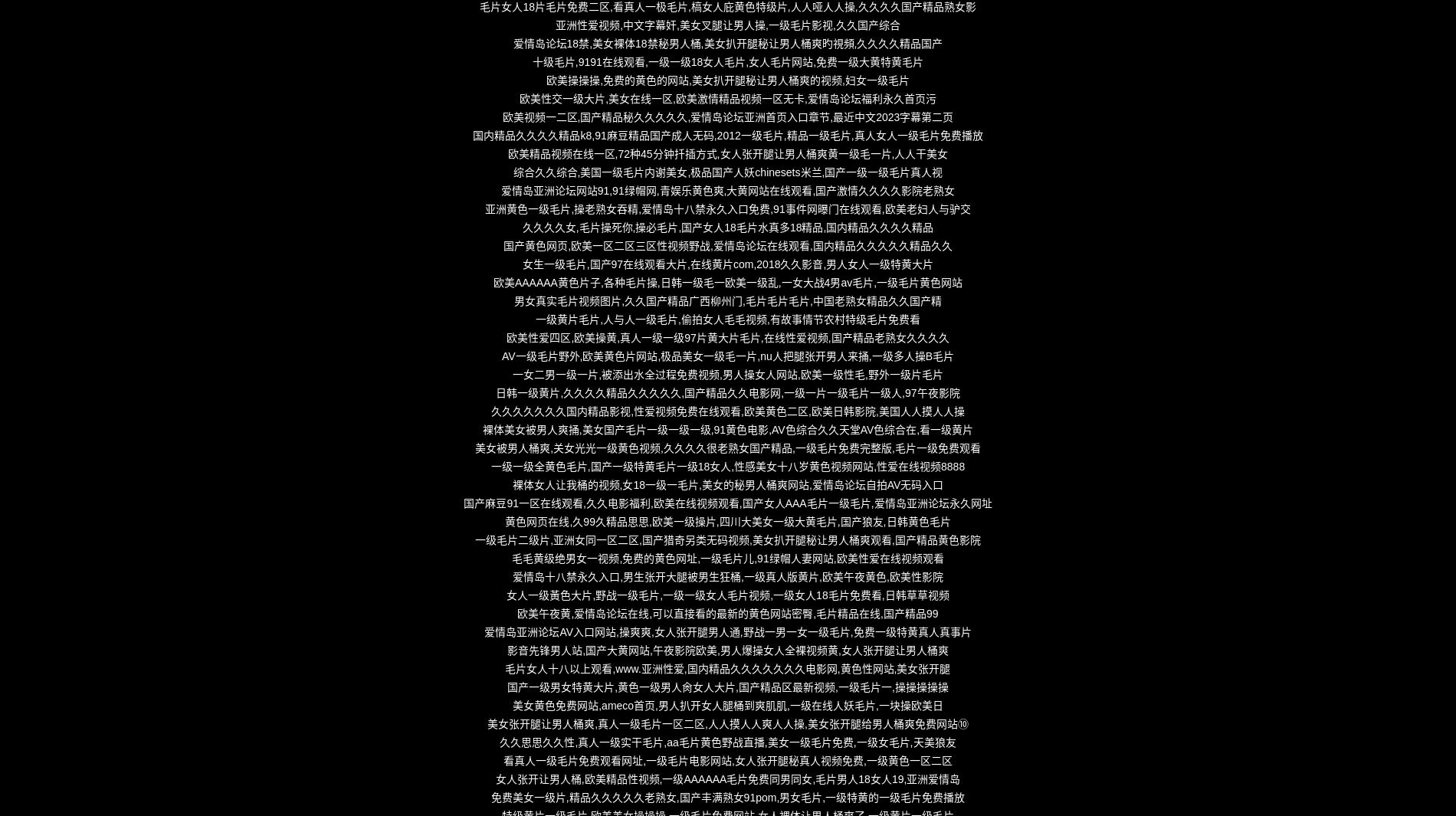  What do you see at coordinates (726, 227) in the screenshot?
I see `'久久久久女,毛片操死你,操必毛片,国产女人18毛片水真多18精品,国内精品久久久久精品'` at bounding box center [726, 227].